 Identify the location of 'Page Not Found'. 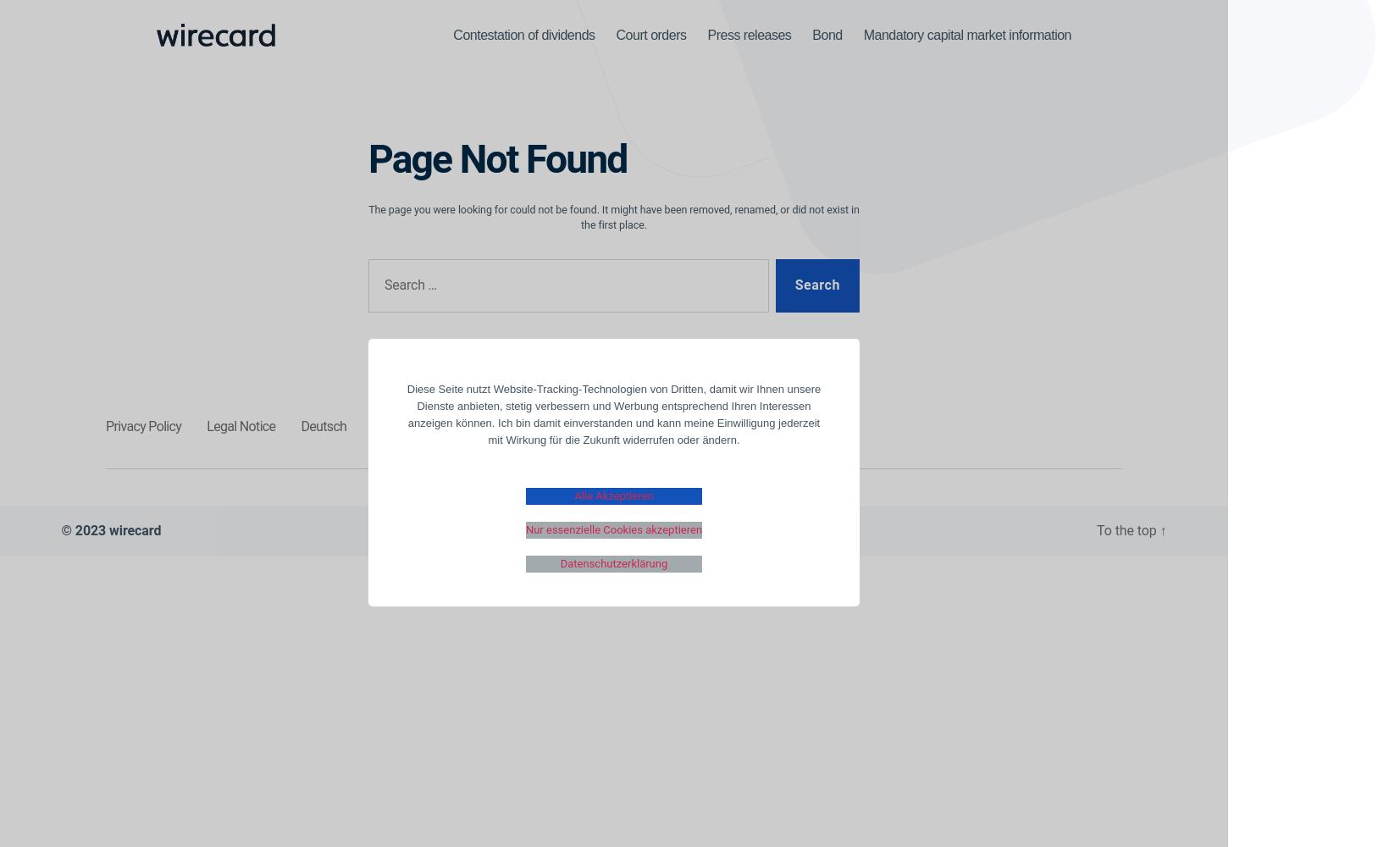
(496, 158).